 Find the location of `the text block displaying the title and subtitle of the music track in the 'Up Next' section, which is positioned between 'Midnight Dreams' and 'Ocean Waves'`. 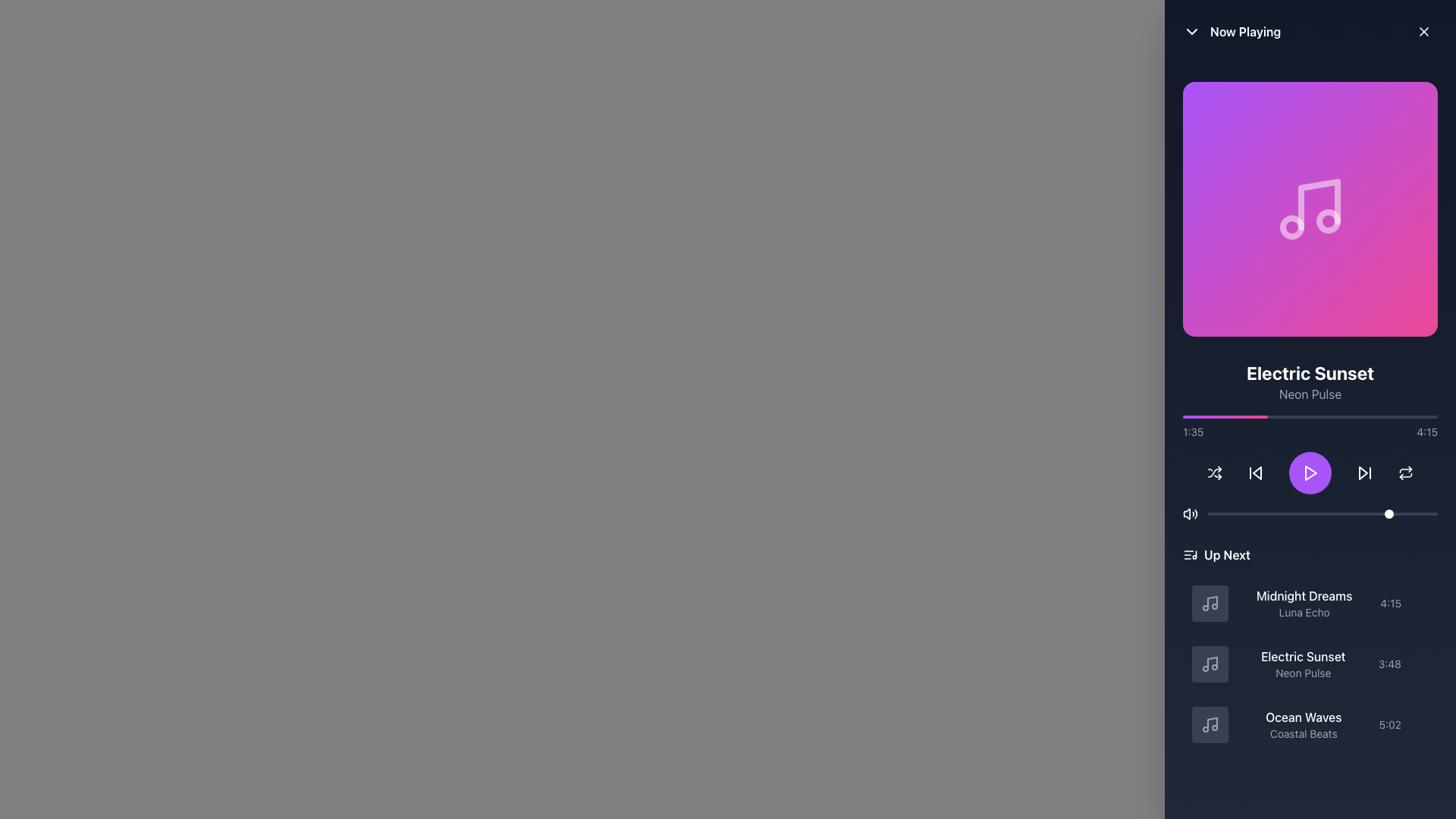

the text block displaying the title and subtitle of the music track in the 'Up Next' section, which is positioned between 'Midnight Dreams' and 'Ocean Waves' is located at coordinates (1302, 663).